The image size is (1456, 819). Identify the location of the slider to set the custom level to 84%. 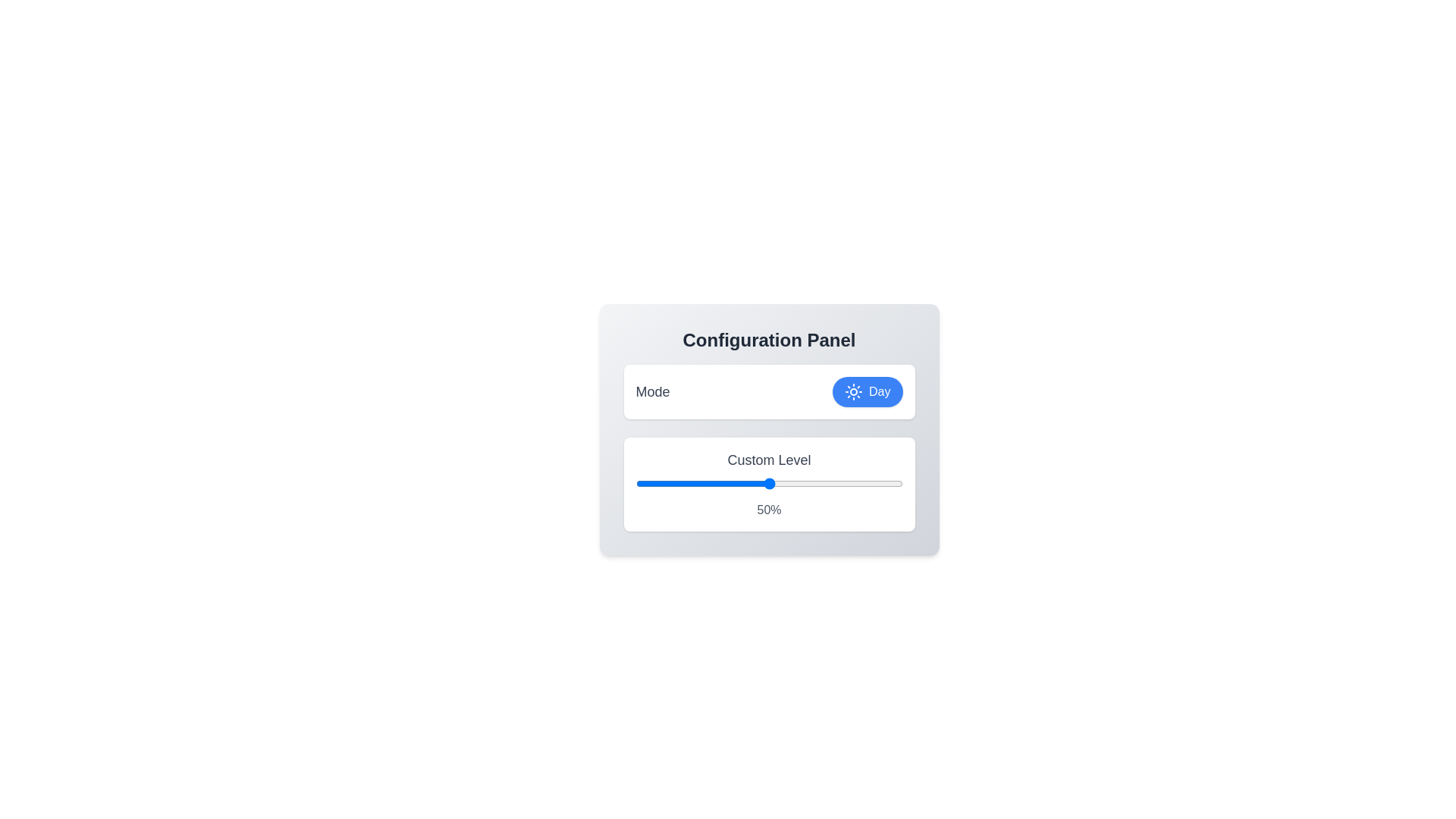
(860, 483).